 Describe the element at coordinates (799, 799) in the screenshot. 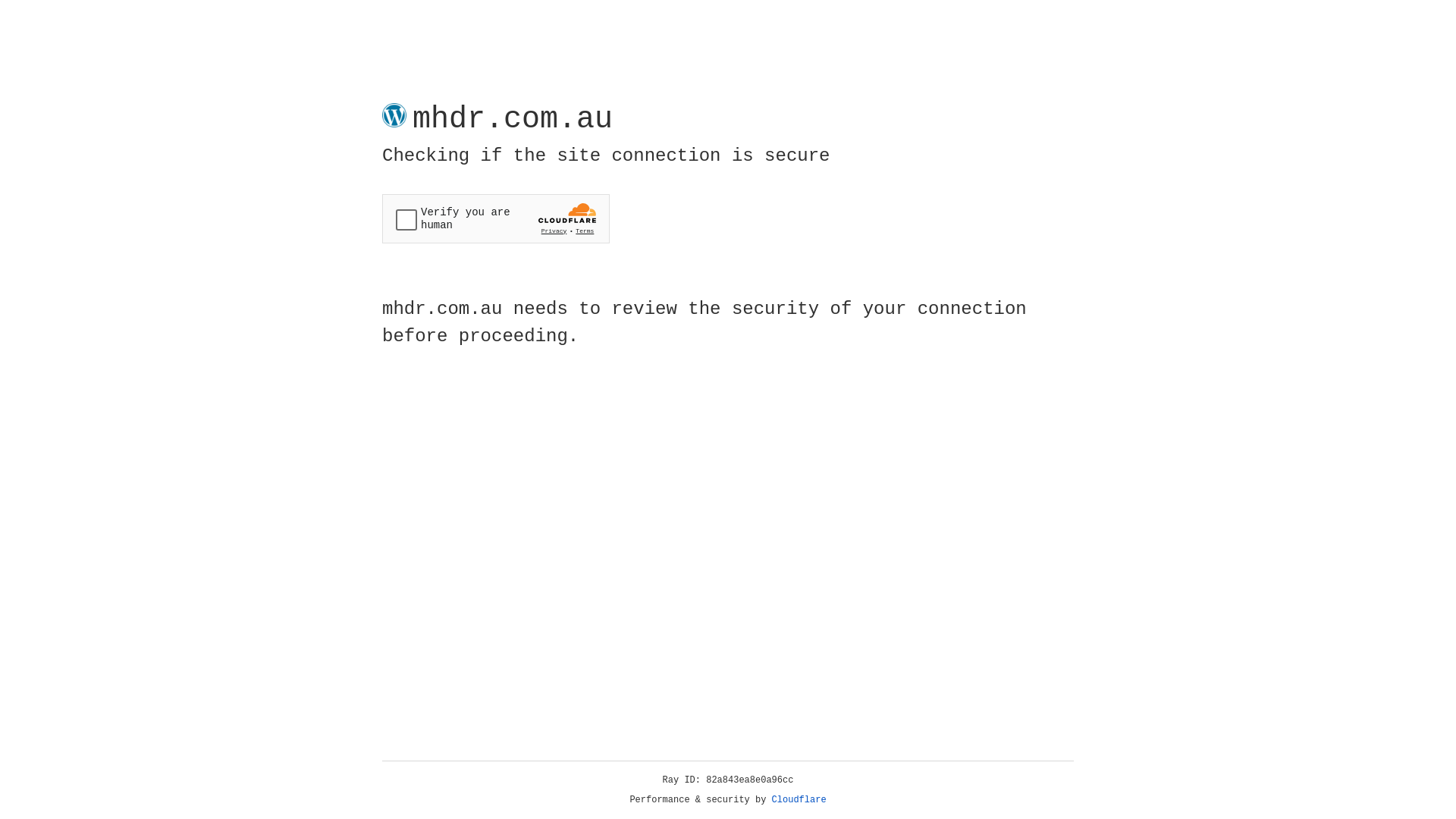

I see `'Cloudflare'` at that location.